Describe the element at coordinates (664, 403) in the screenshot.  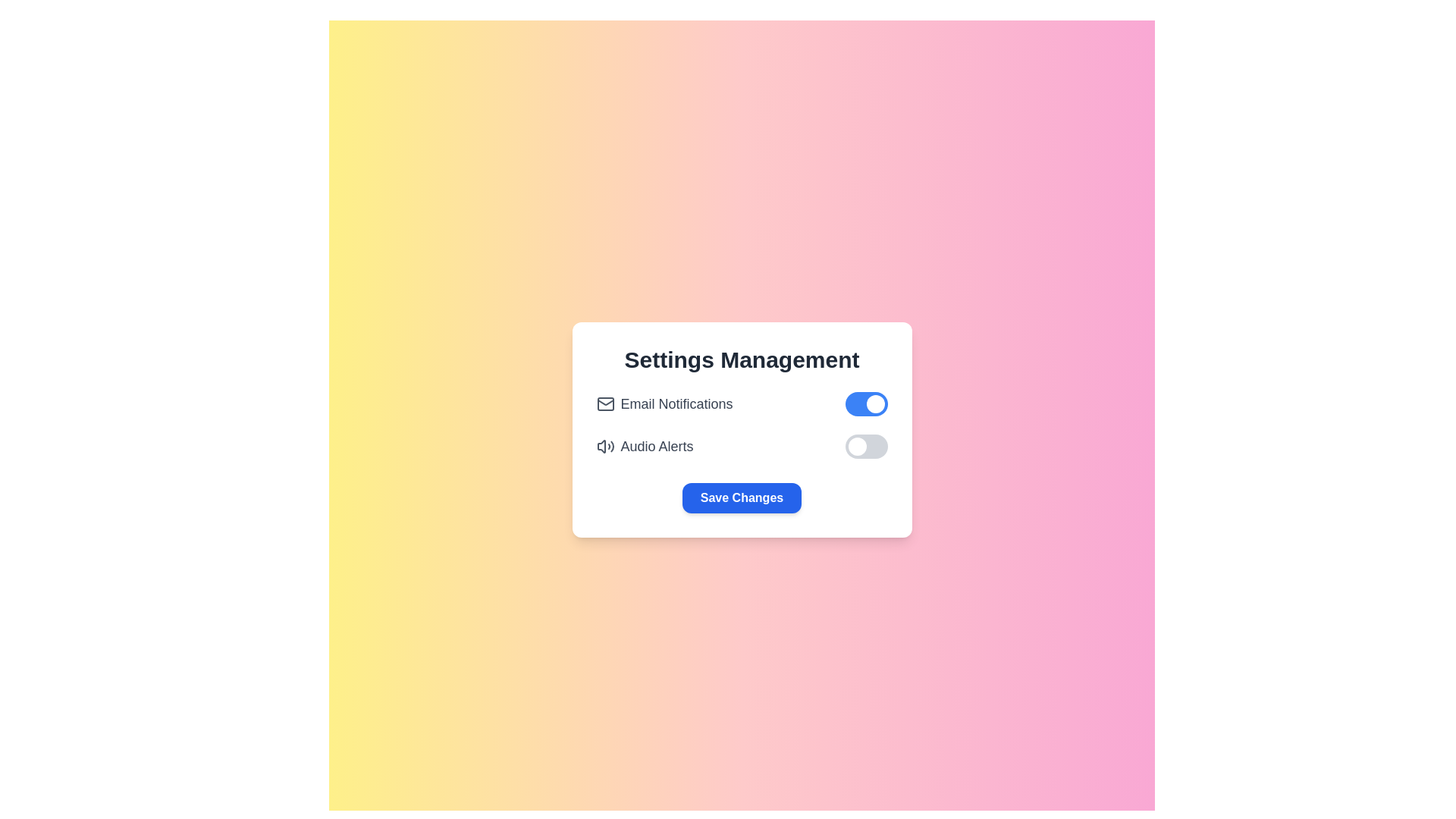
I see `the 'Email Notifications' label located in the settings panel under 'Settings Management', which is positioned to the left of the toggle switch` at that location.